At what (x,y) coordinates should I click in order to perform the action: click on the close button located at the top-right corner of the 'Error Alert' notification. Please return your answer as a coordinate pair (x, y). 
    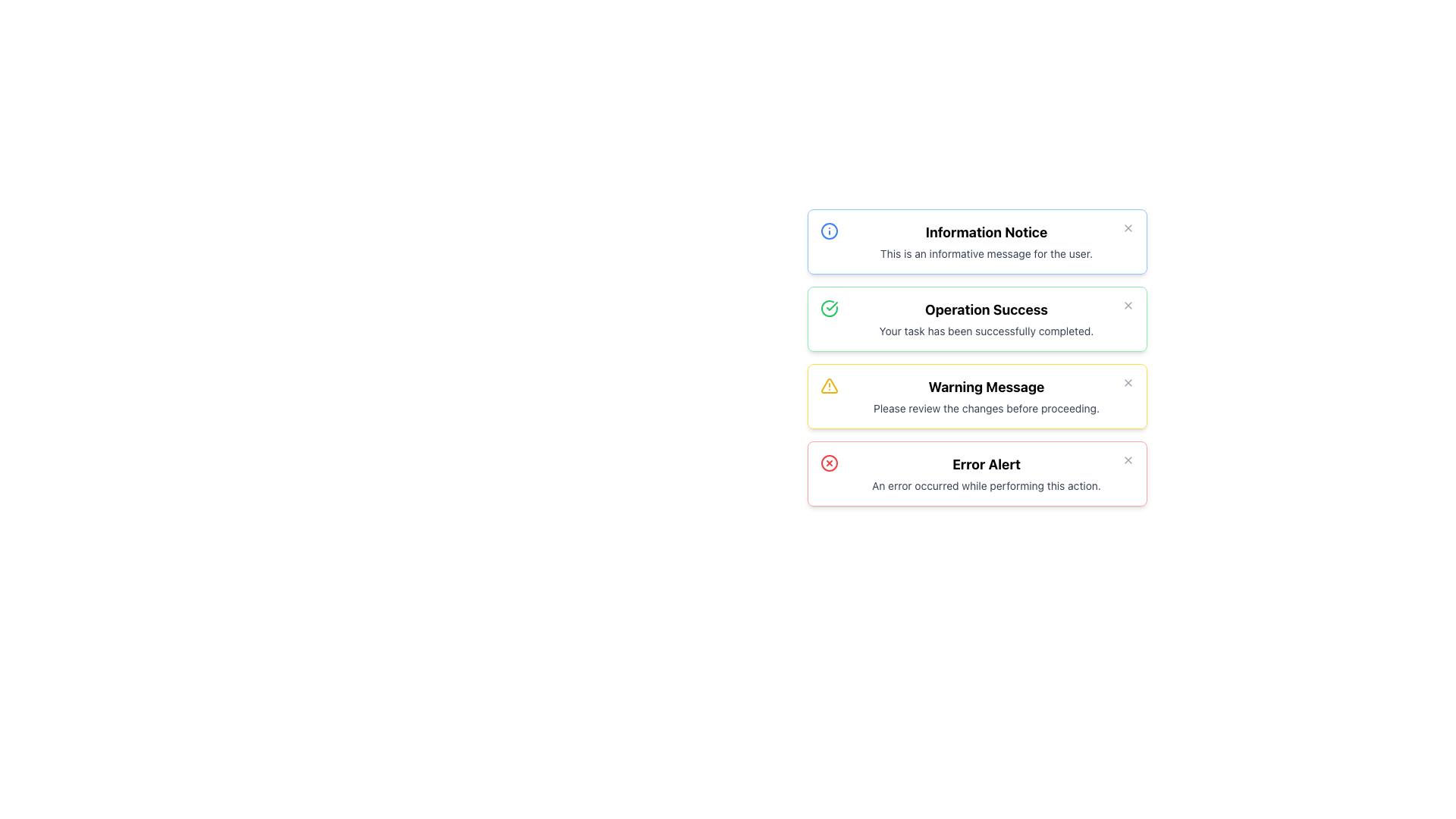
    Looking at the image, I should click on (1128, 459).